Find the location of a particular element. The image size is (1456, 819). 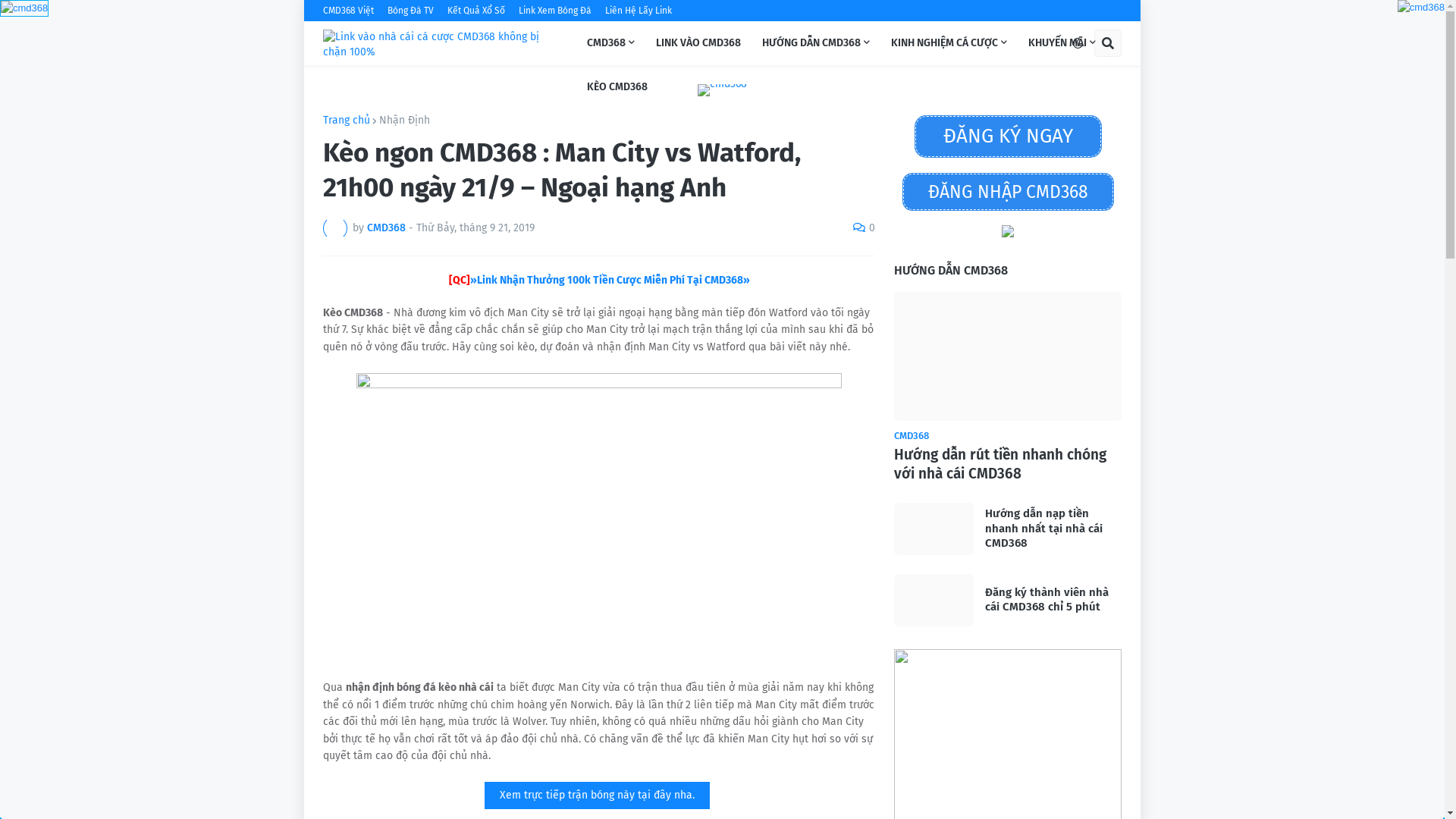

'cmd368' is located at coordinates (0, 8).